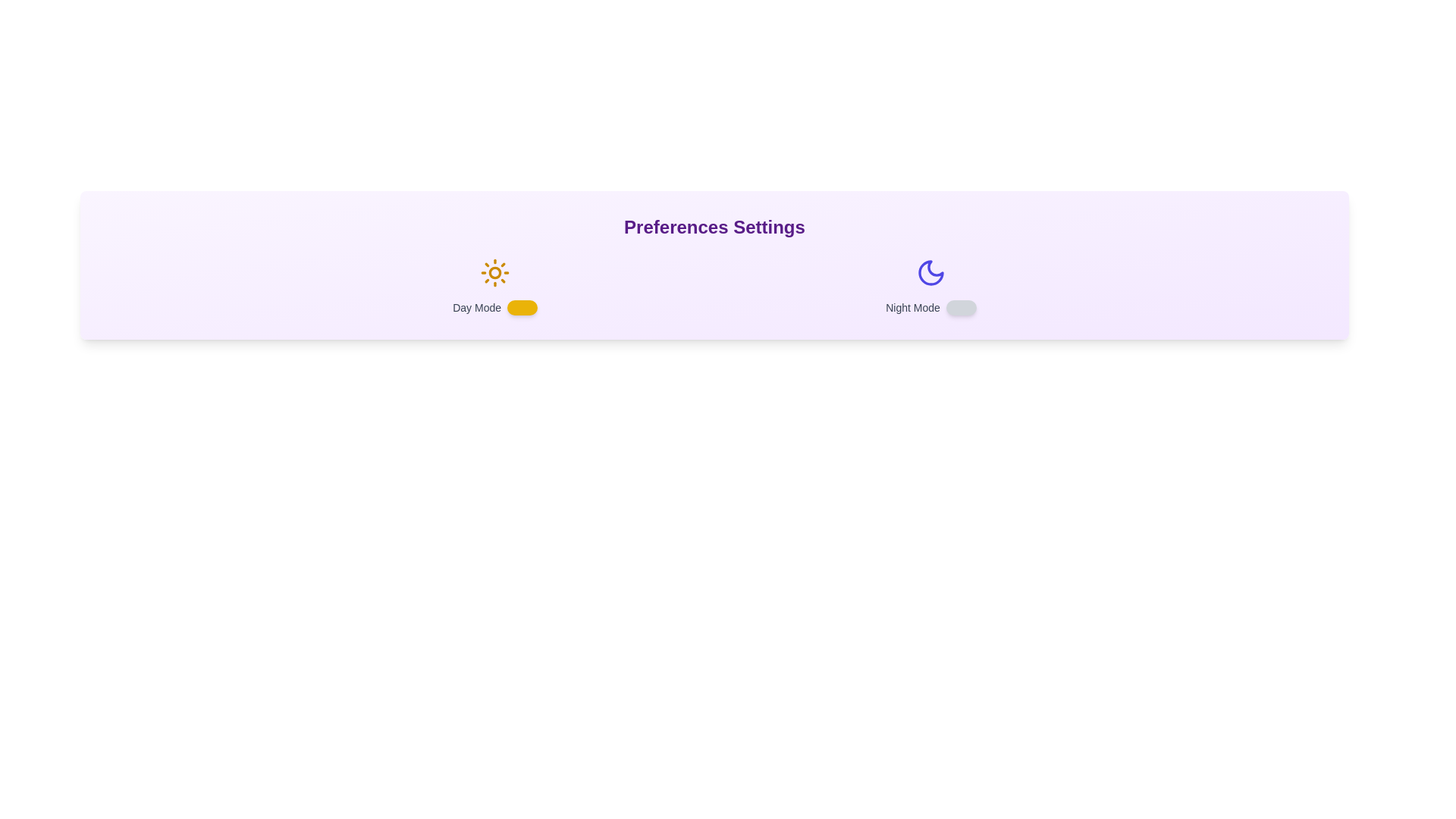 This screenshot has width=1456, height=819. Describe the element at coordinates (960, 307) in the screenshot. I see `the 'Night Mode' switch` at that location.